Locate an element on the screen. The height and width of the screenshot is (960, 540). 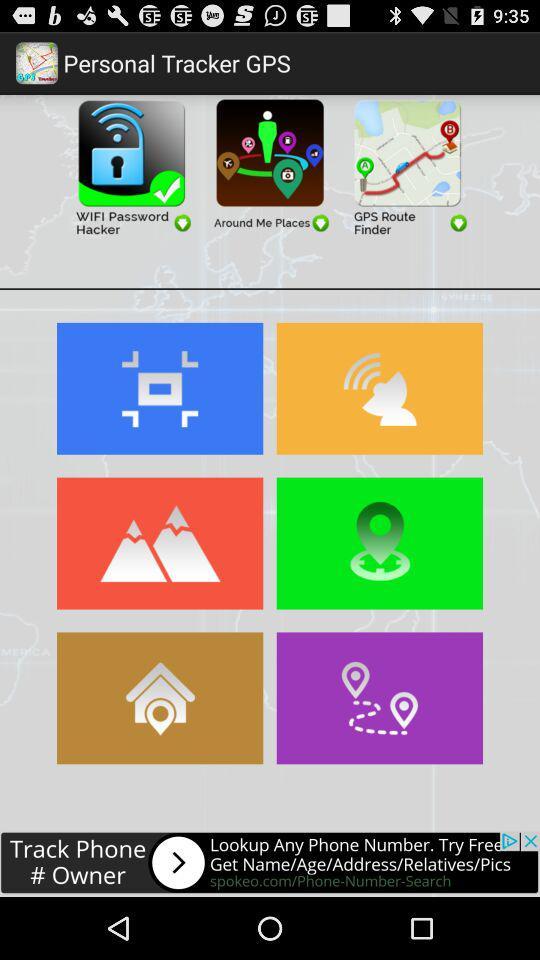
home button is located at coordinates (159, 698).